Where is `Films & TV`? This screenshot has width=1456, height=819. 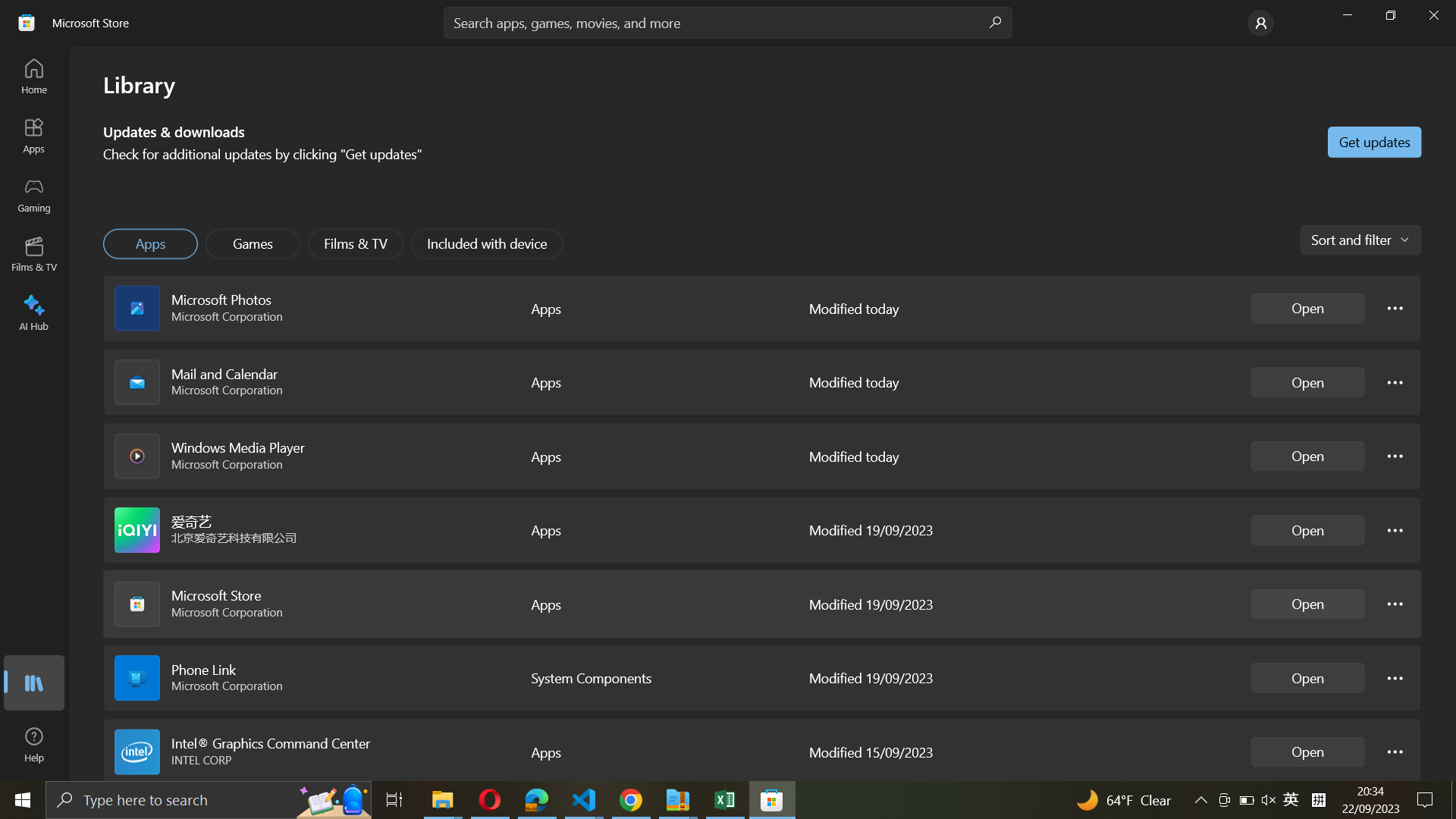
Films & TV is located at coordinates (355, 243).